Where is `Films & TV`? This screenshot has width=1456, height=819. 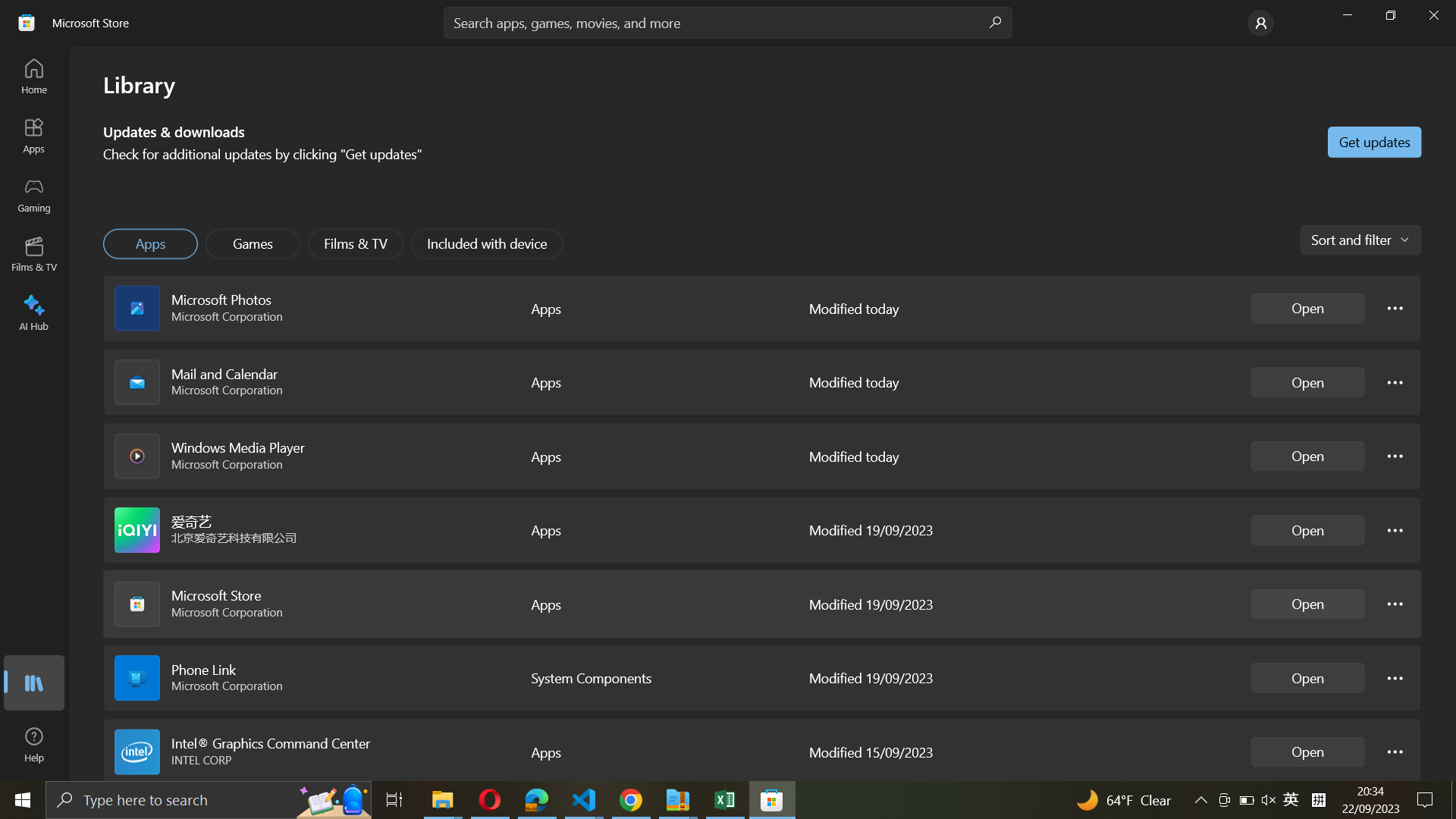
Films & TV is located at coordinates (355, 243).